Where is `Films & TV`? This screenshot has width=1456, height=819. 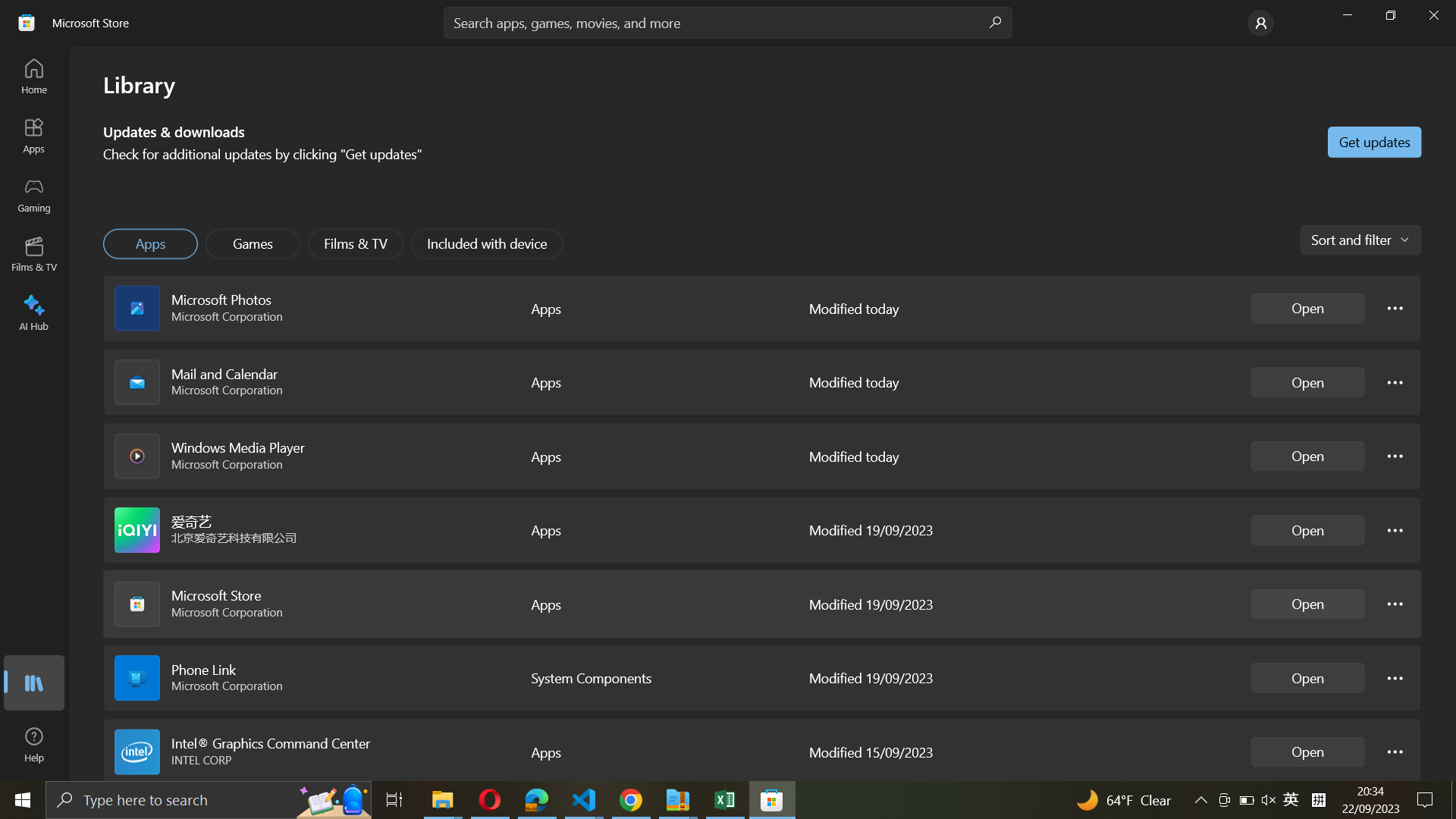
Films & TV is located at coordinates (355, 243).